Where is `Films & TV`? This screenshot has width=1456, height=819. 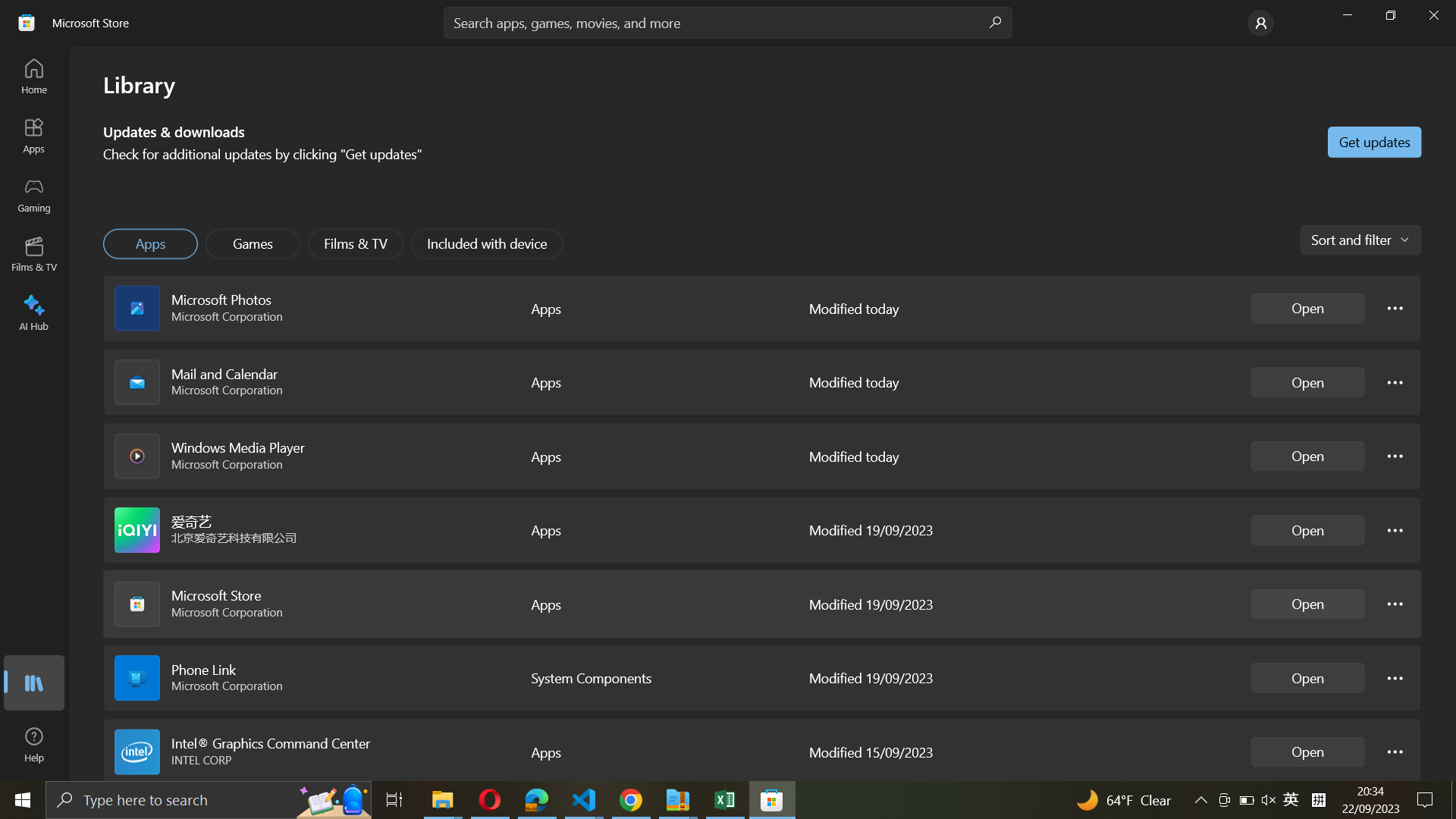
Films & TV is located at coordinates (355, 243).